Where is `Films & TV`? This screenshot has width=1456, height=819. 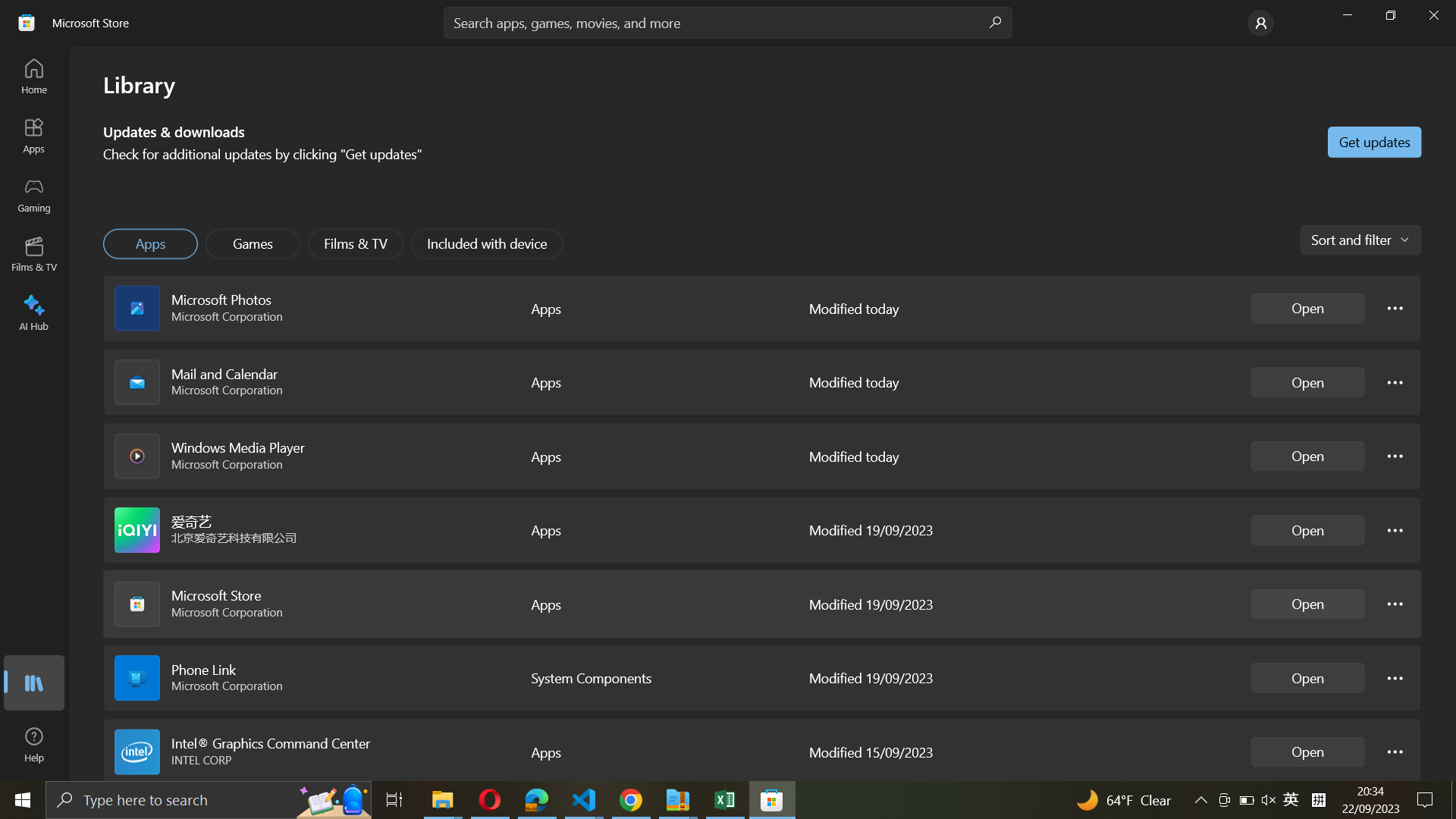
Films & TV is located at coordinates (355, 243).